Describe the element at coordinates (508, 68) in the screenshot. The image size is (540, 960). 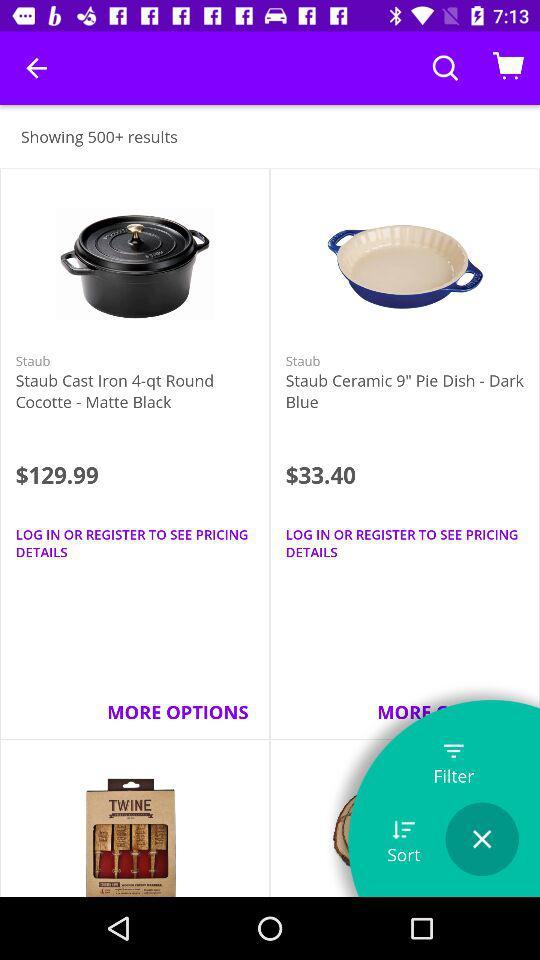
I see `the cart icon on the top right corner` at that location.